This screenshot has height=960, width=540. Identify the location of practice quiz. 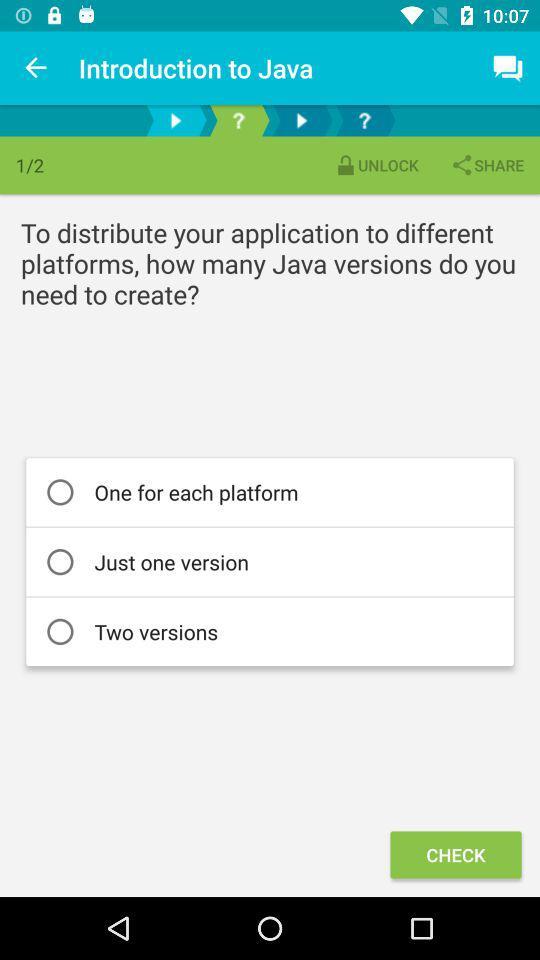
(238, 120).